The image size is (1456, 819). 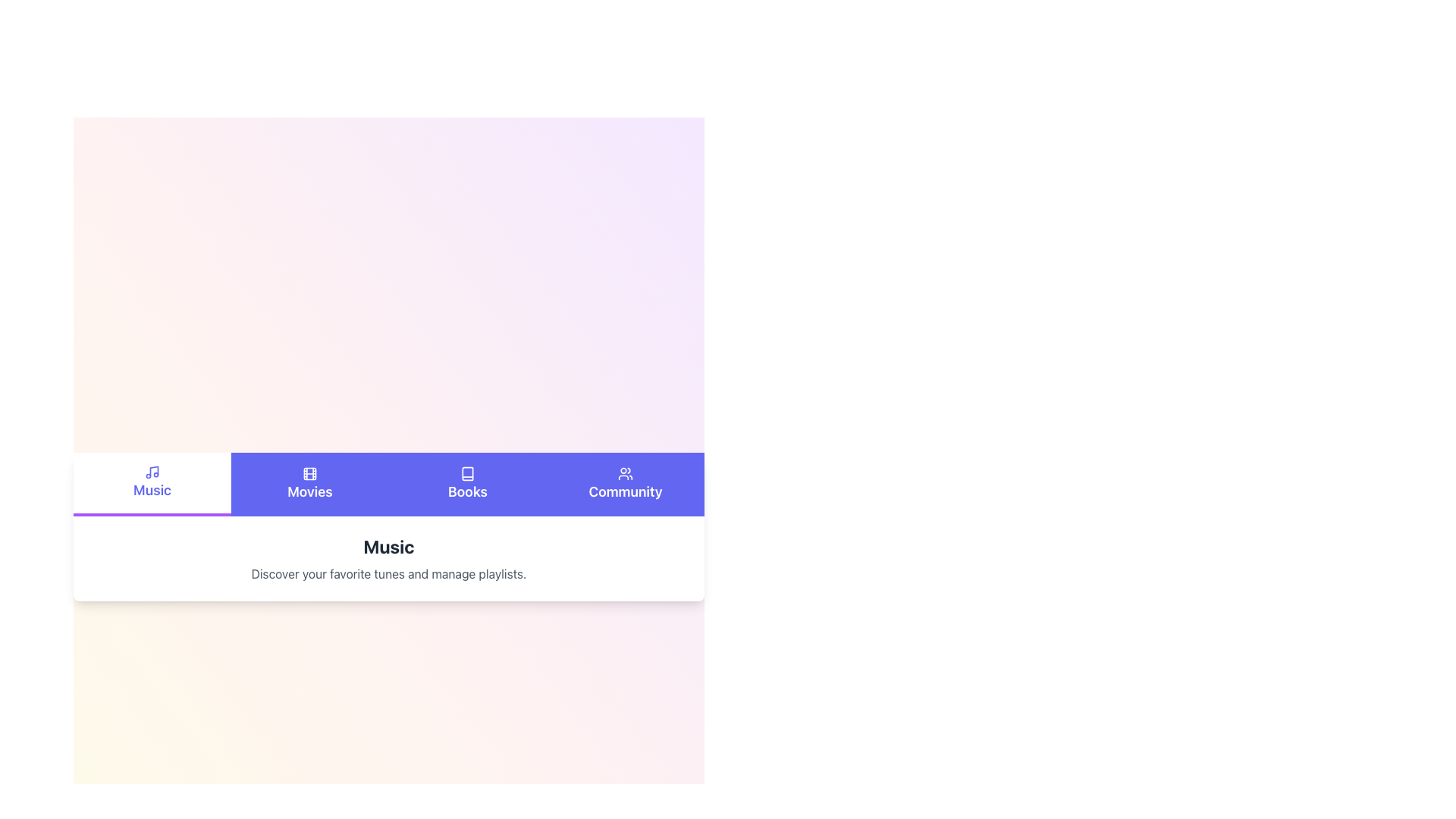 I want to click on the navigation button for the Movies section located in the second slot of the horizontal navigation bar, between the Music and Books items, so click(x=309, y=485).